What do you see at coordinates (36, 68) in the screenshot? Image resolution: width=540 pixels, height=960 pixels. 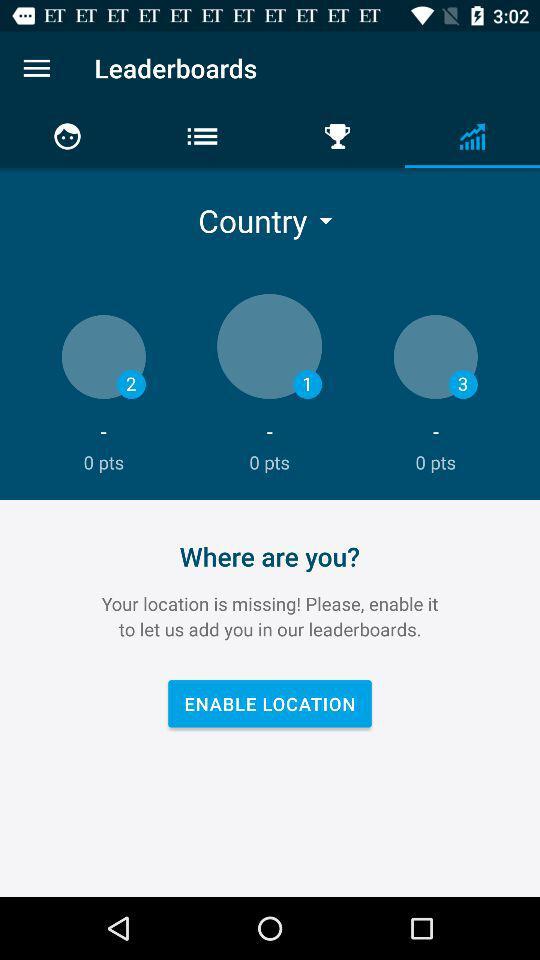 I see `options` at bounding box center [36, 68].